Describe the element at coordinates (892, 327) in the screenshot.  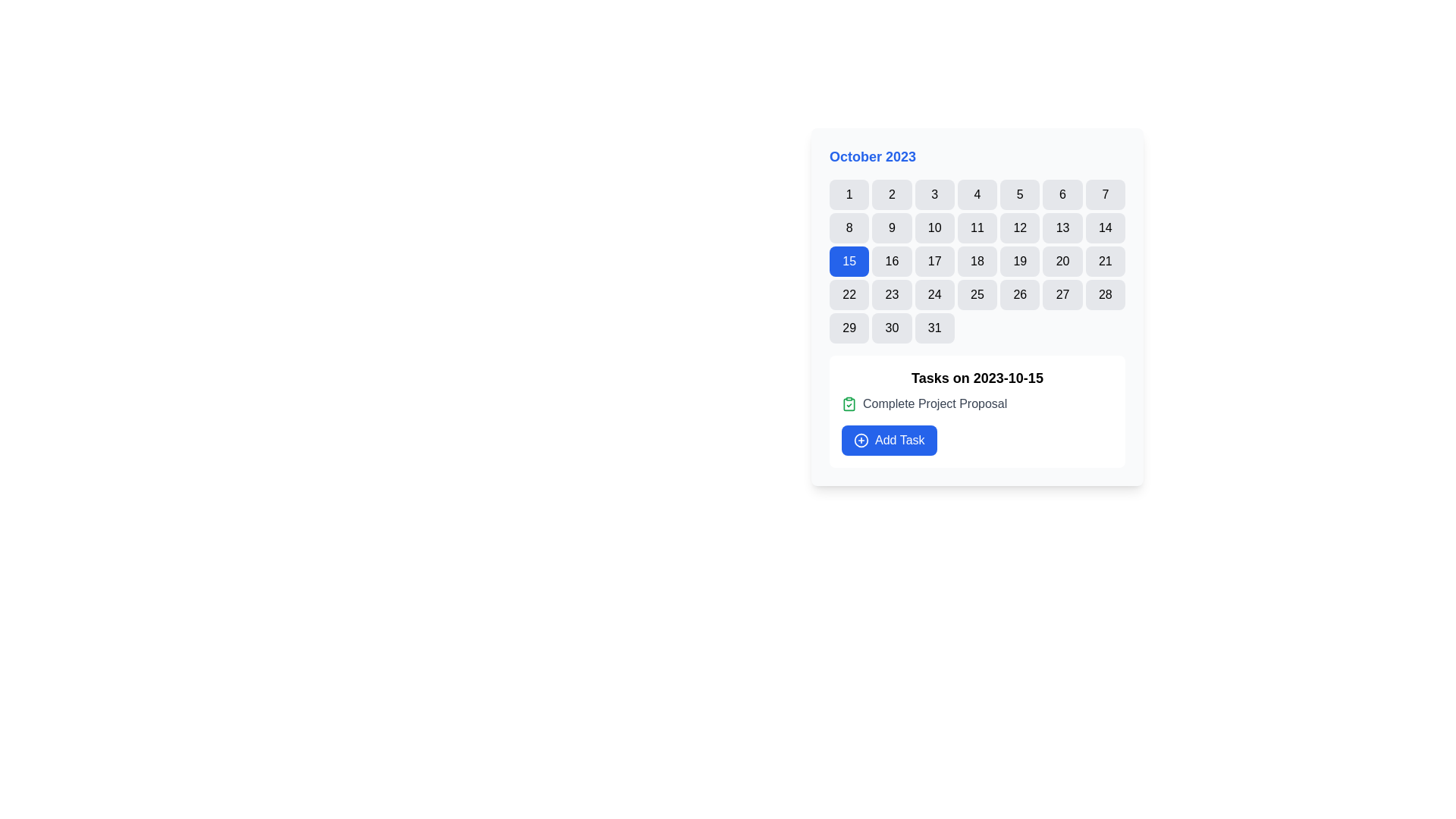
I see `the clickable button for calendar date selection, which is the second-to-last item in the bottom row of a 7-column grid layout, intended for selecting the 30th day of the month` at that location.